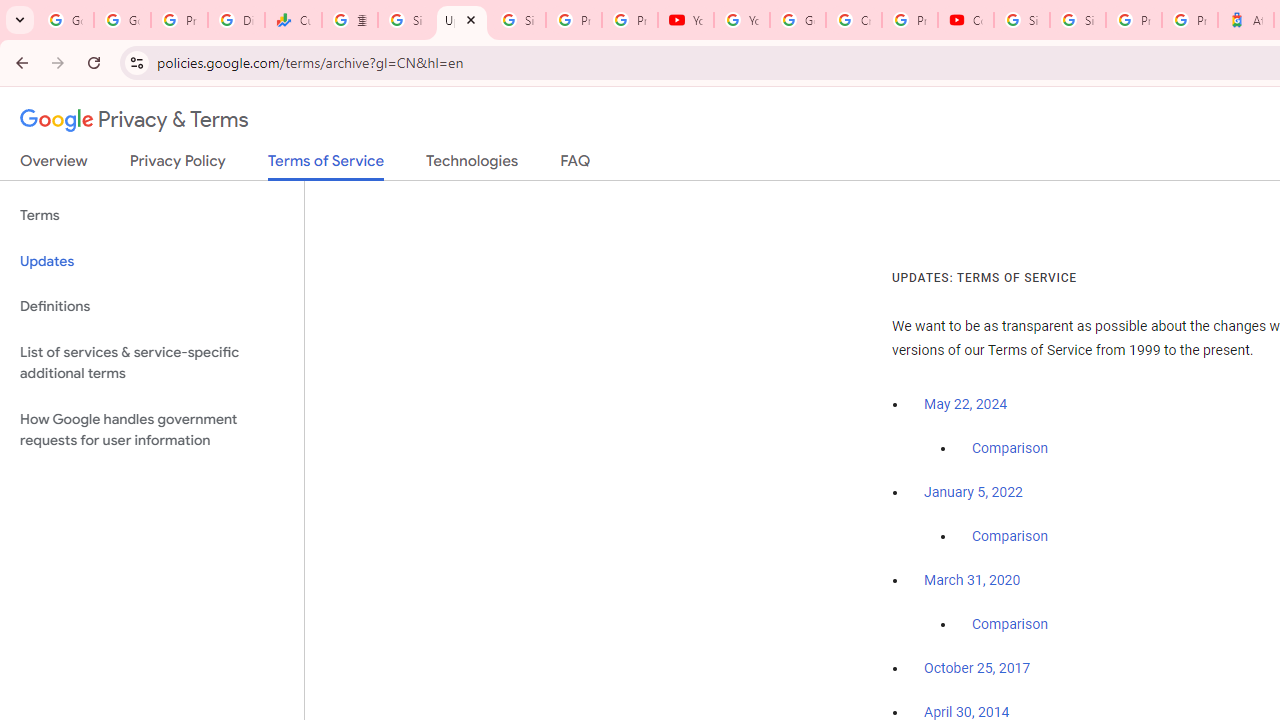 The image size is (1280, 720). I want to click on 'Google Workspace Admin Community', so click(65, 20).